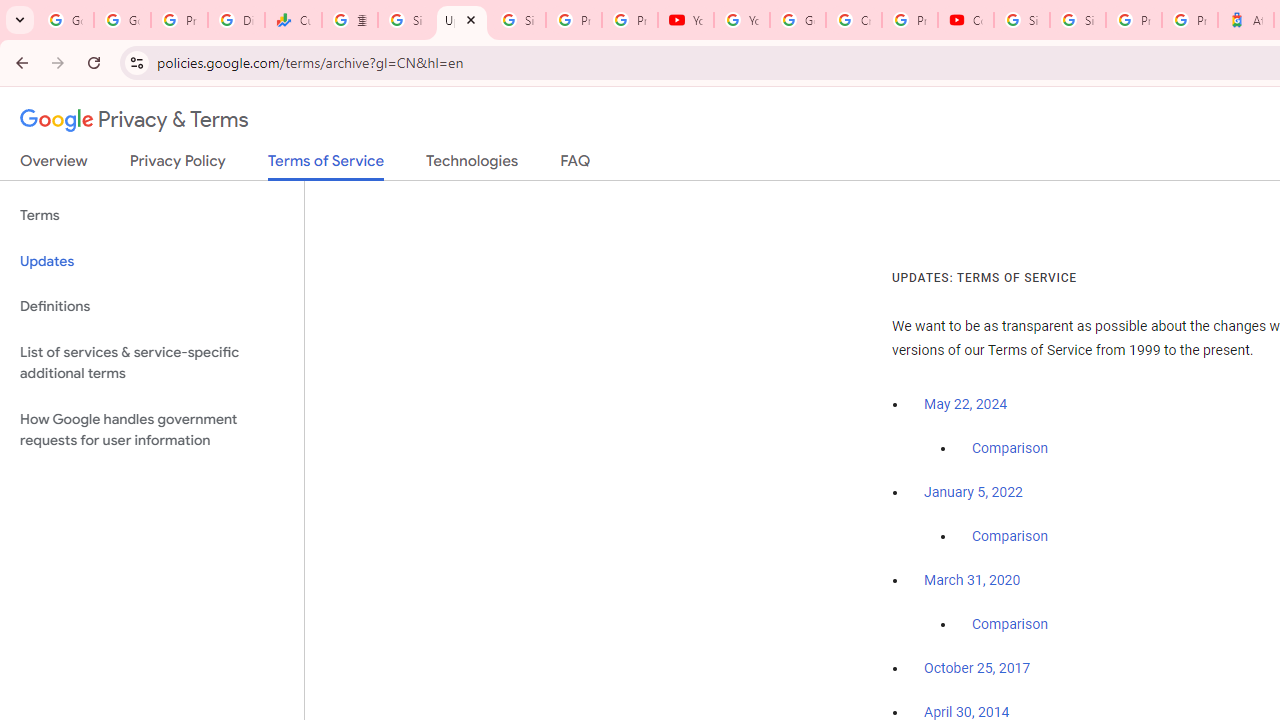 The image size is (1280, 720). I want to click on 'Google Workspace Admin Community', so click(65, 20).